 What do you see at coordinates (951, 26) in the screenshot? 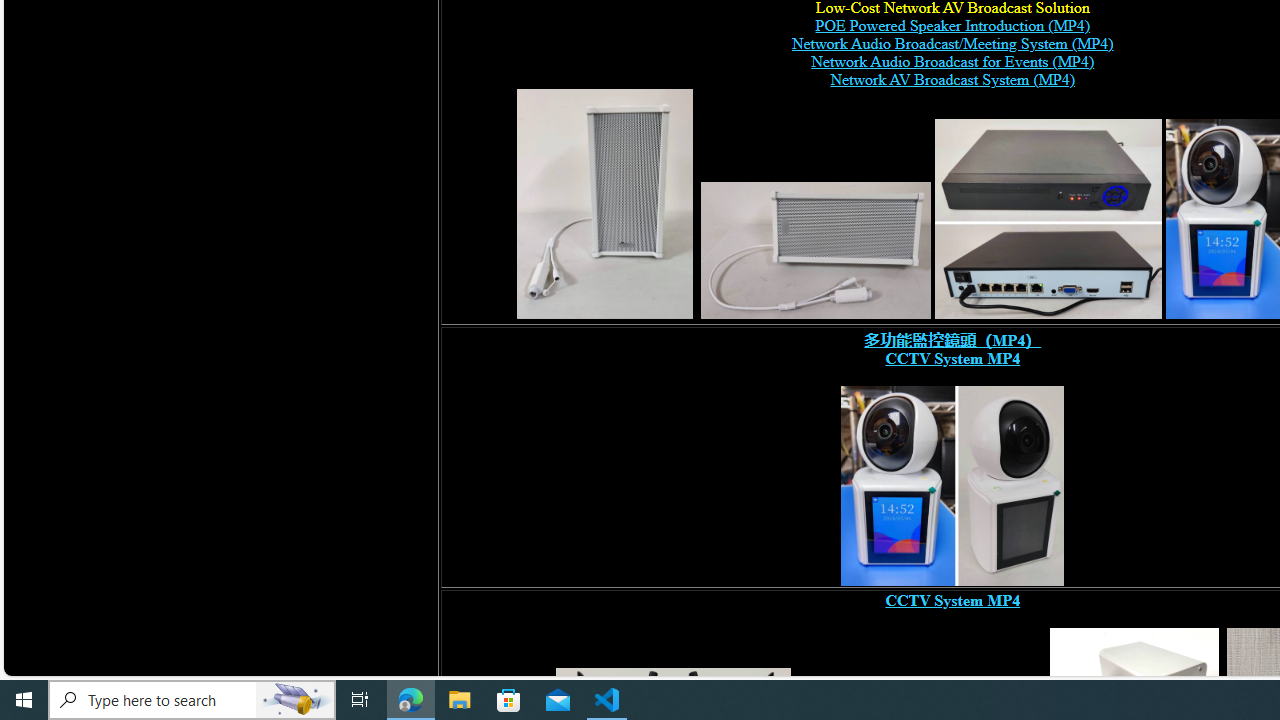
I see `'POE Powered Speaker Introduction (MP4)'` at bounding box center [951, 26].